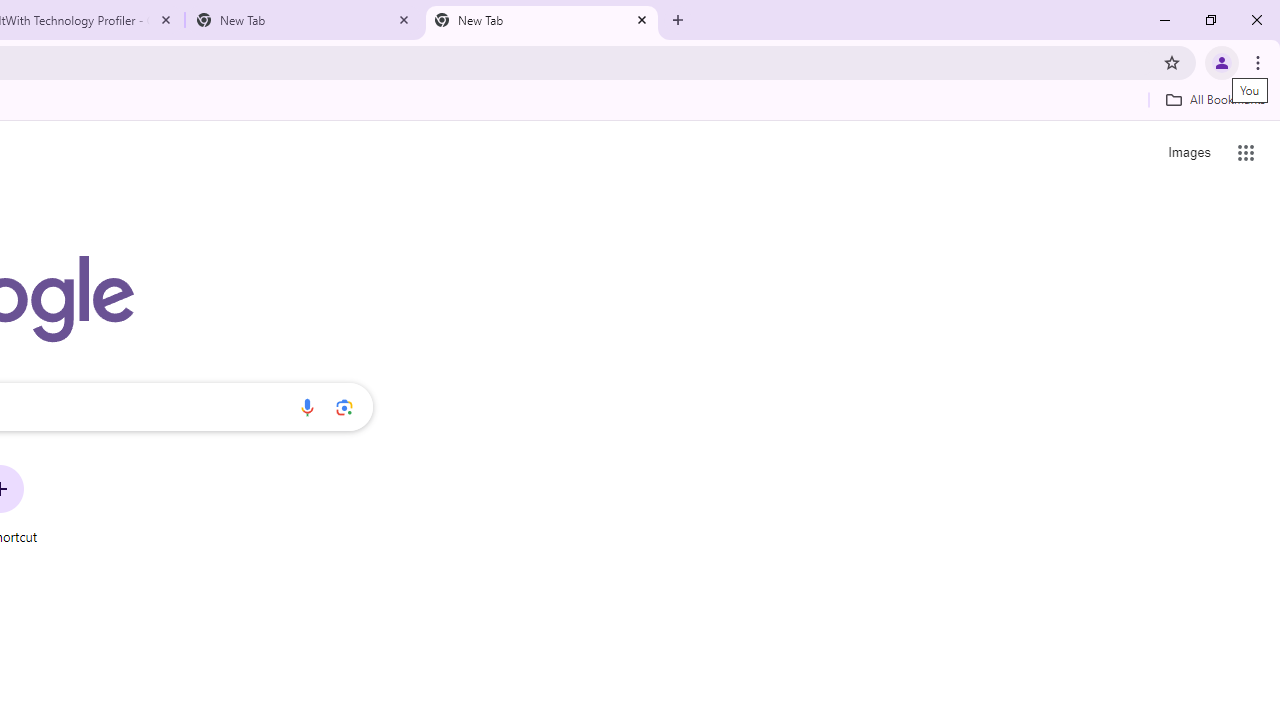 This screenshot has height=720, width=1280. Describe the element at coordinates (303, 20) in the screenshot. I see `'New Tab'` at that location.